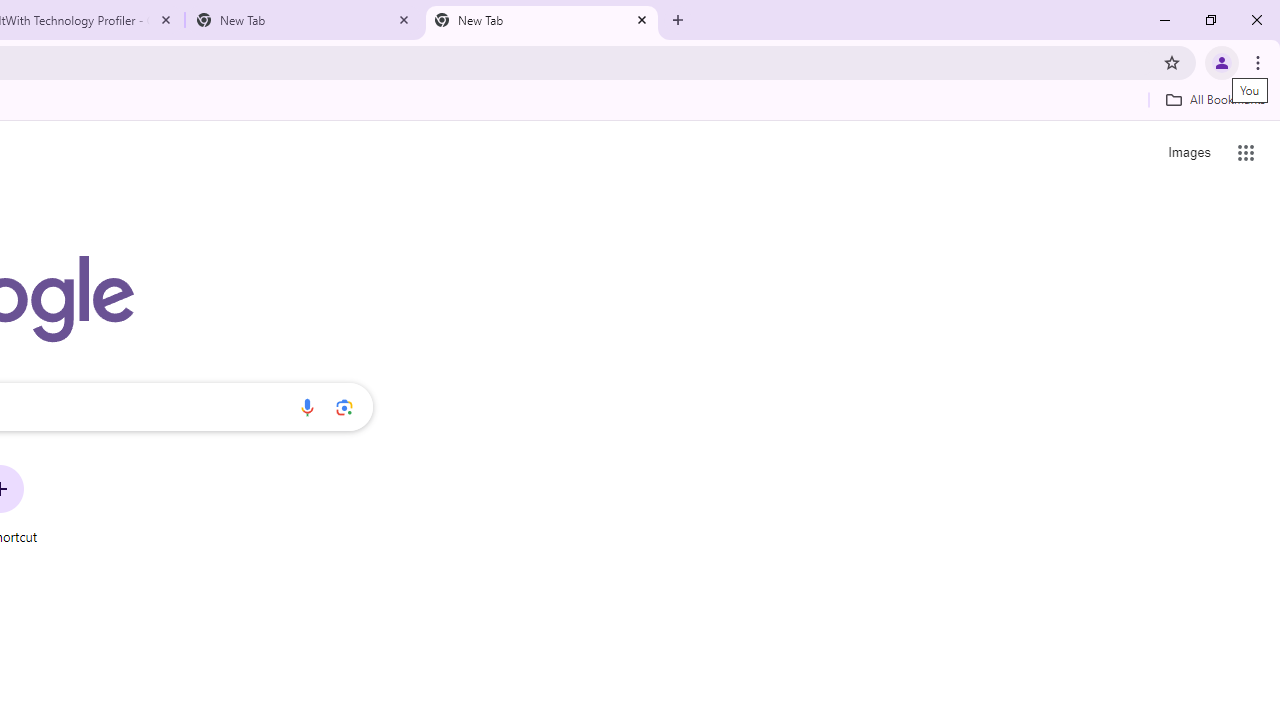 This screenshot has height=720, width=1280. Describe the element at coordinates (303, 20) in the screenshot. I see `'New Tab'` at that location.